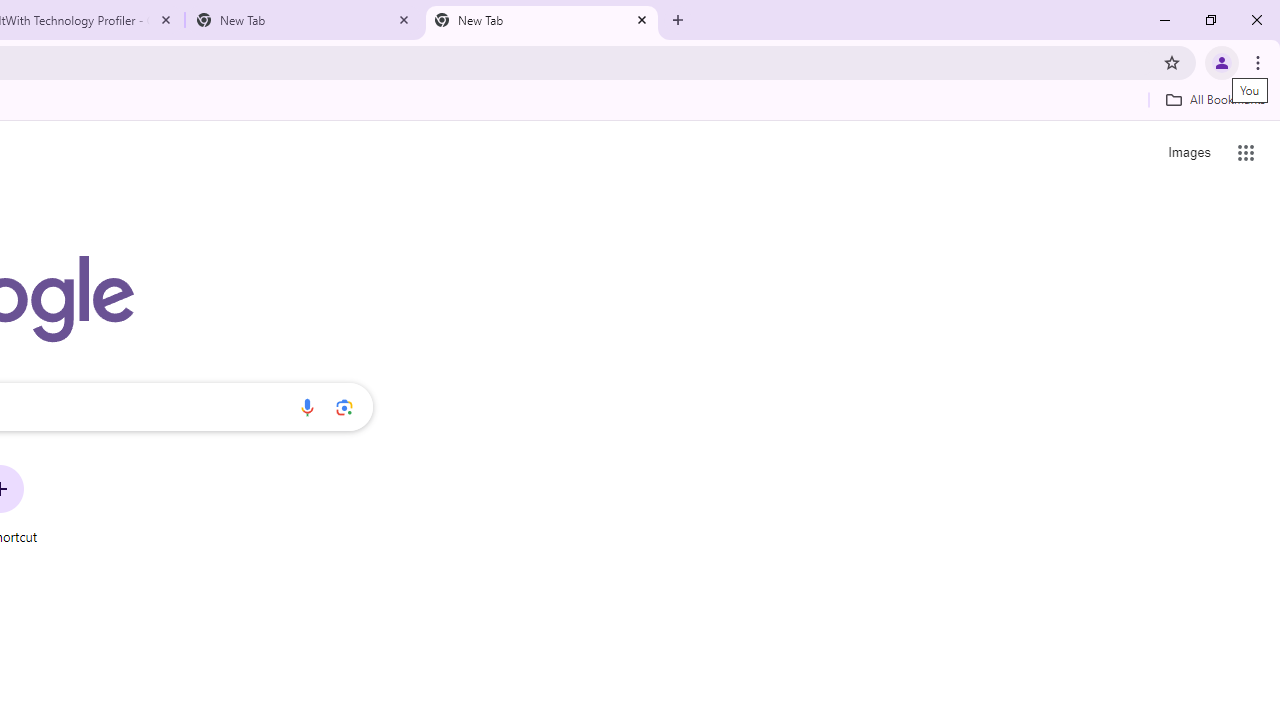 This screenshot has height=720, width=1280. Describe the element at coordinates (303, 20) in the screenshot. I see `'New Tab'` at that location.